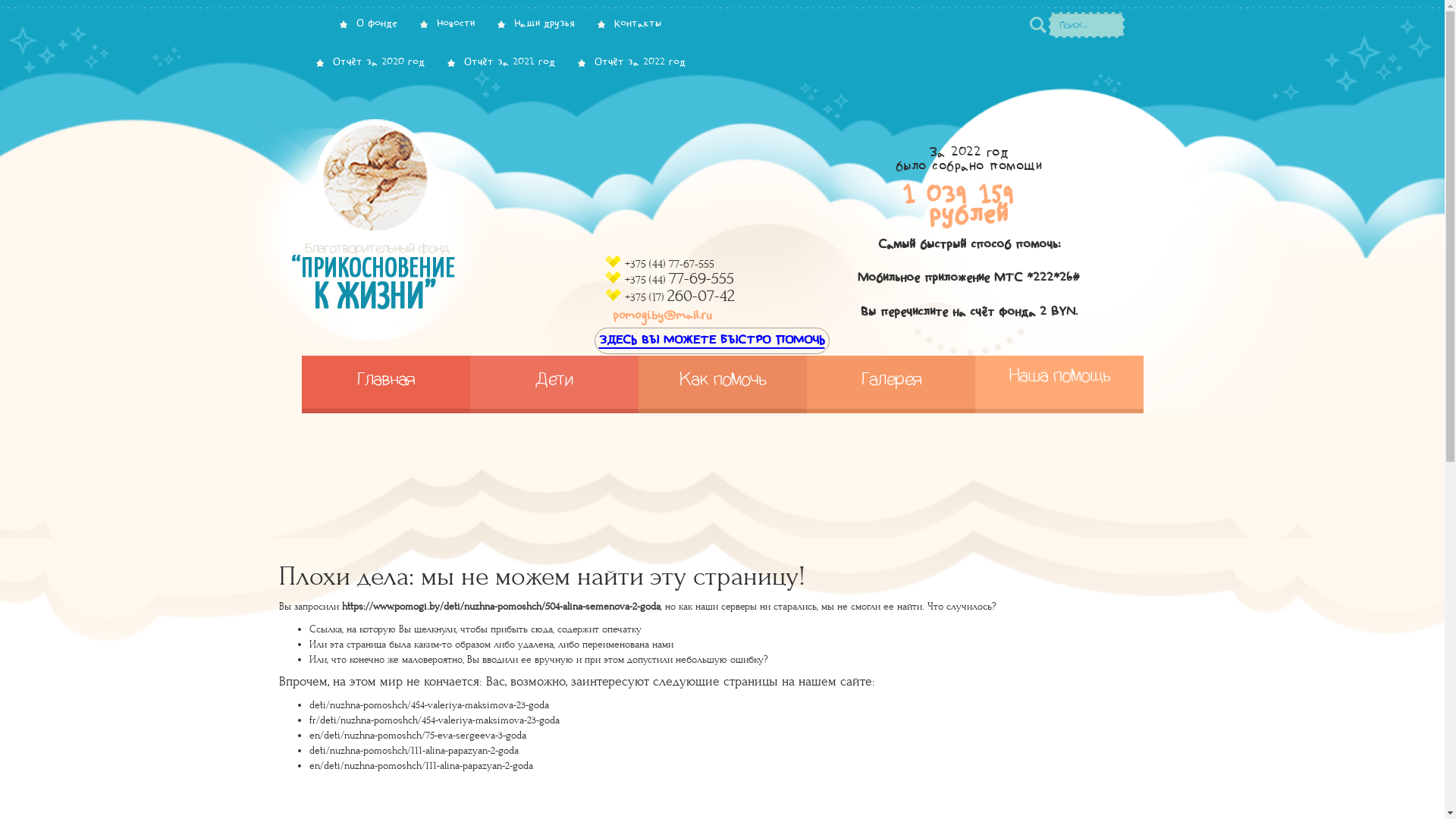  What do you see at coordinates (414, 751) in the screenshot?
I see `'deti/nuzhna-pomoshch/111-alina-papazyan-2-goda'` at bounding box center [414, 751].